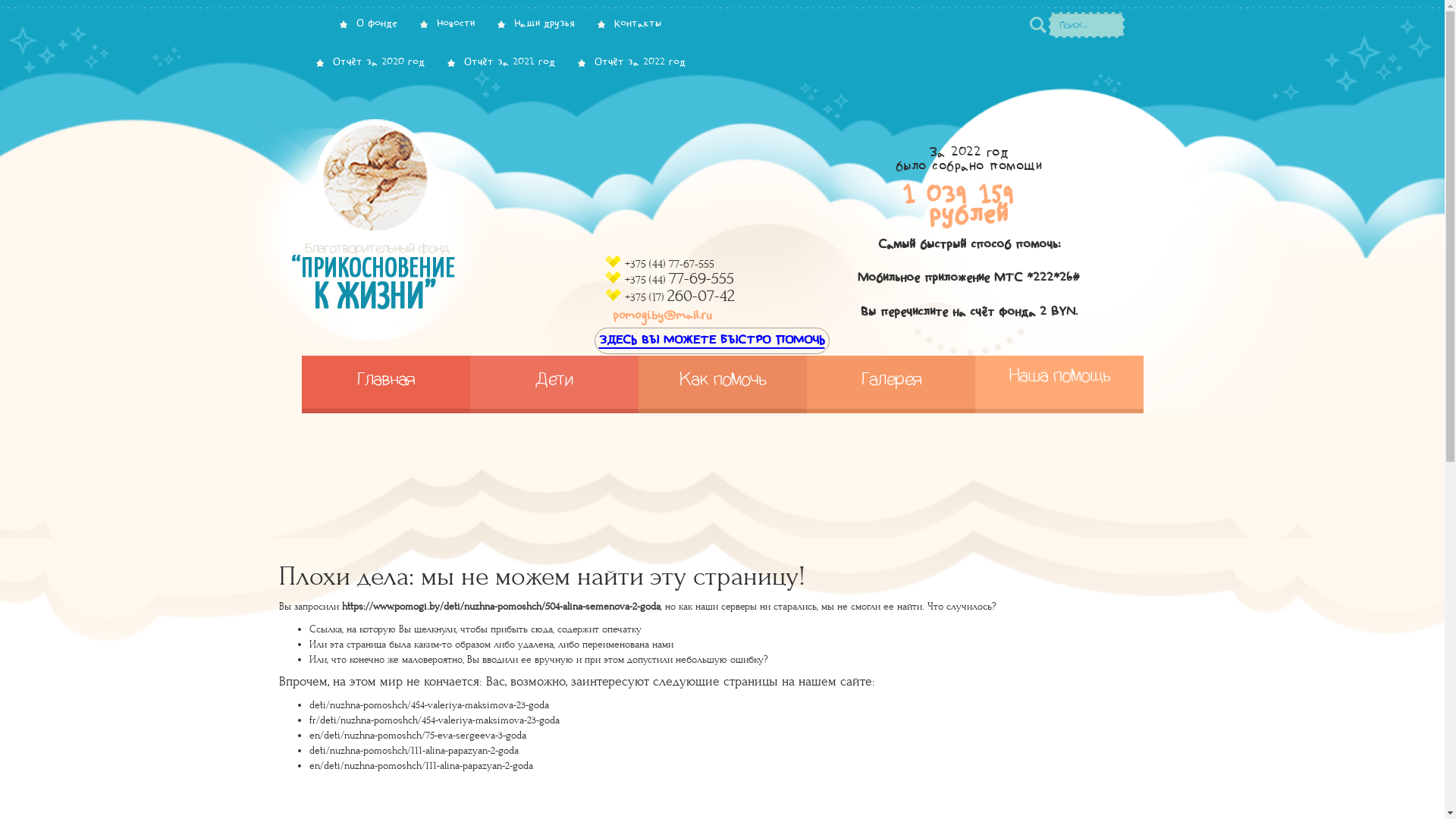  What do you see at coordinates (414, 751) in the screenshot?
I see `'deti/nuzhna-pomoshch/111-alina-papazyan-2-goda'` at bounding box center [414, 751].